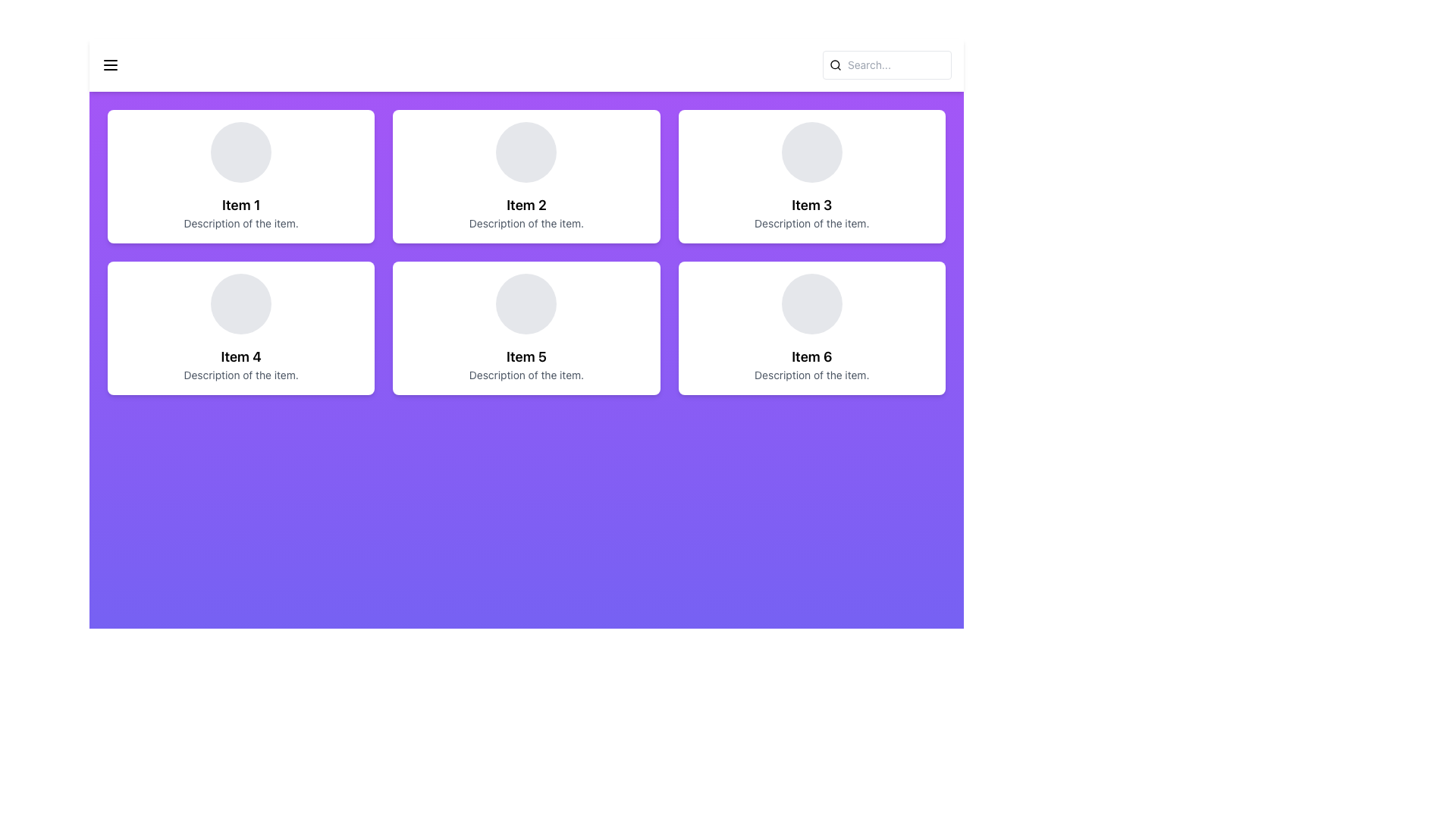  I want to click on text label displaying 'Description of the item.' located beneath the header 'Item 3' in the top-right card of the grid, so click(811, 223).